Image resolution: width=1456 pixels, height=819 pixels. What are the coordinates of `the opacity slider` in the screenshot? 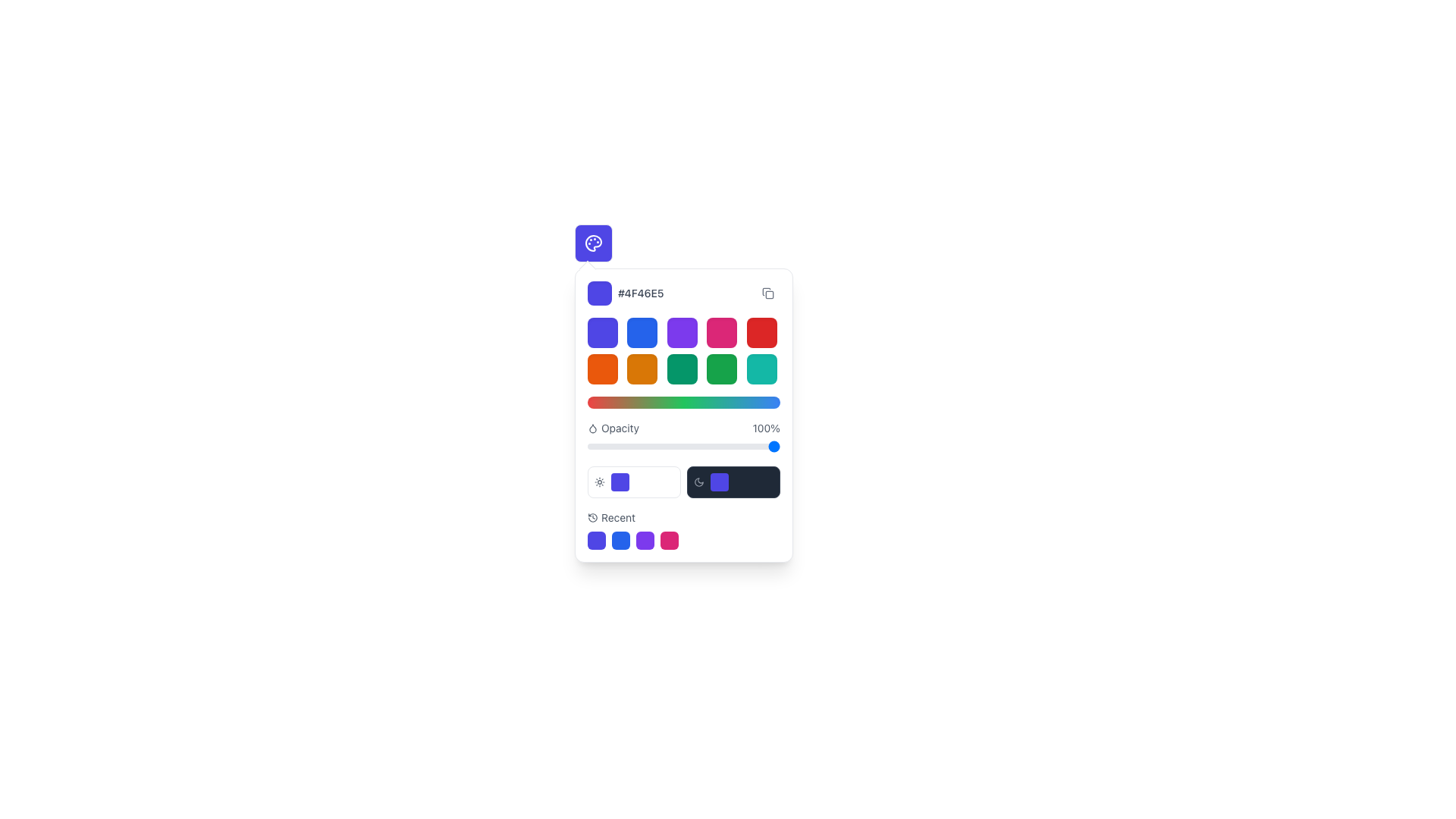 It's located at (747, 446).